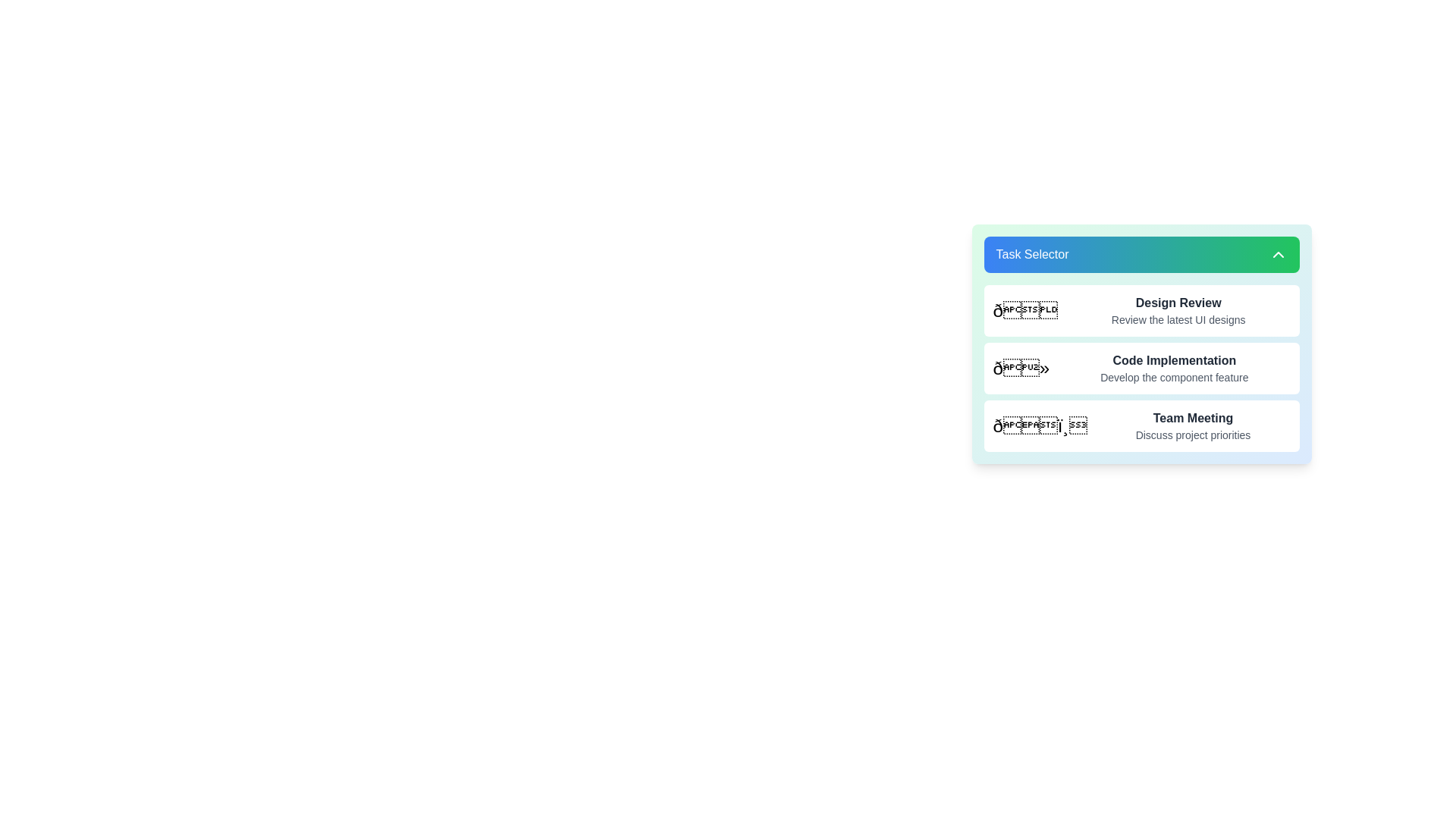 This screenshot has height=819, width=1456. Describe the element at coordinates (1173, 369) in the screenshot. I see `text of the Label that displays 'Code Implementation' and 'Develop the component feature', which is located in the middle row of a vertical list of task selections` at that location.